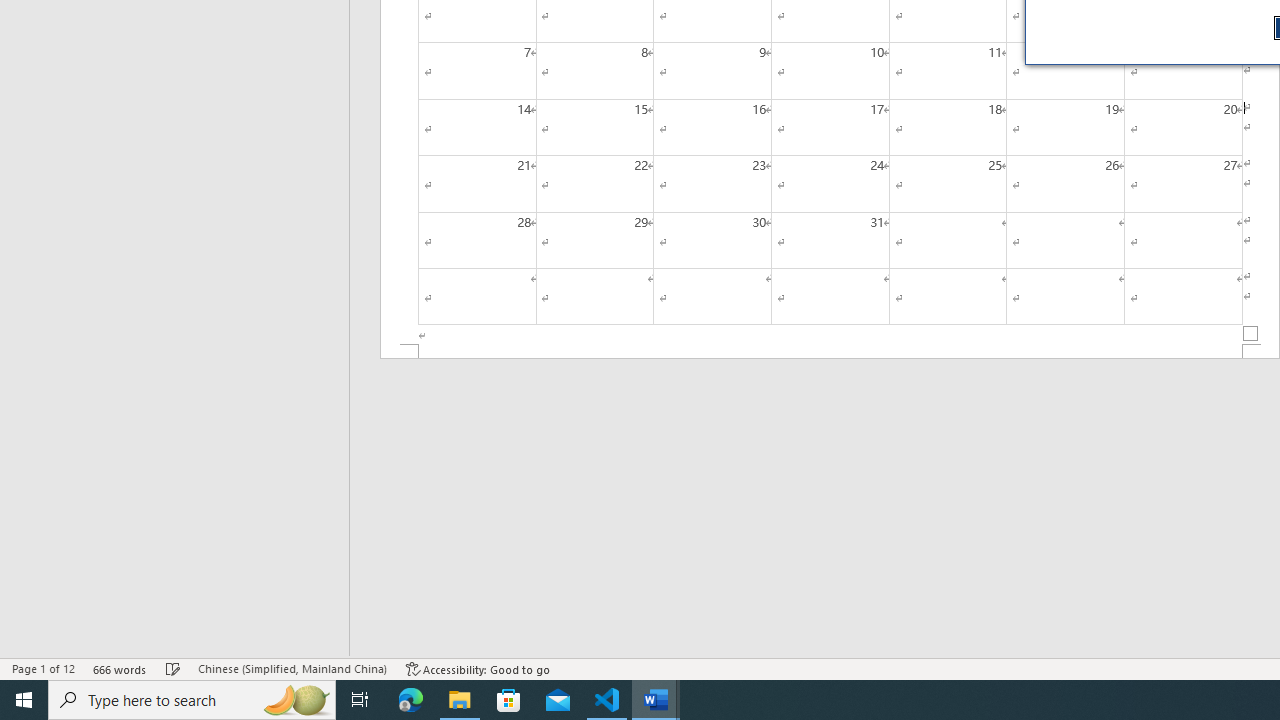 The image size is (1280, 720). What do you see at coordinates (410, 698) in the screenshot?
I see `'Microsoft Edge'` at bounding box center [410, 698].